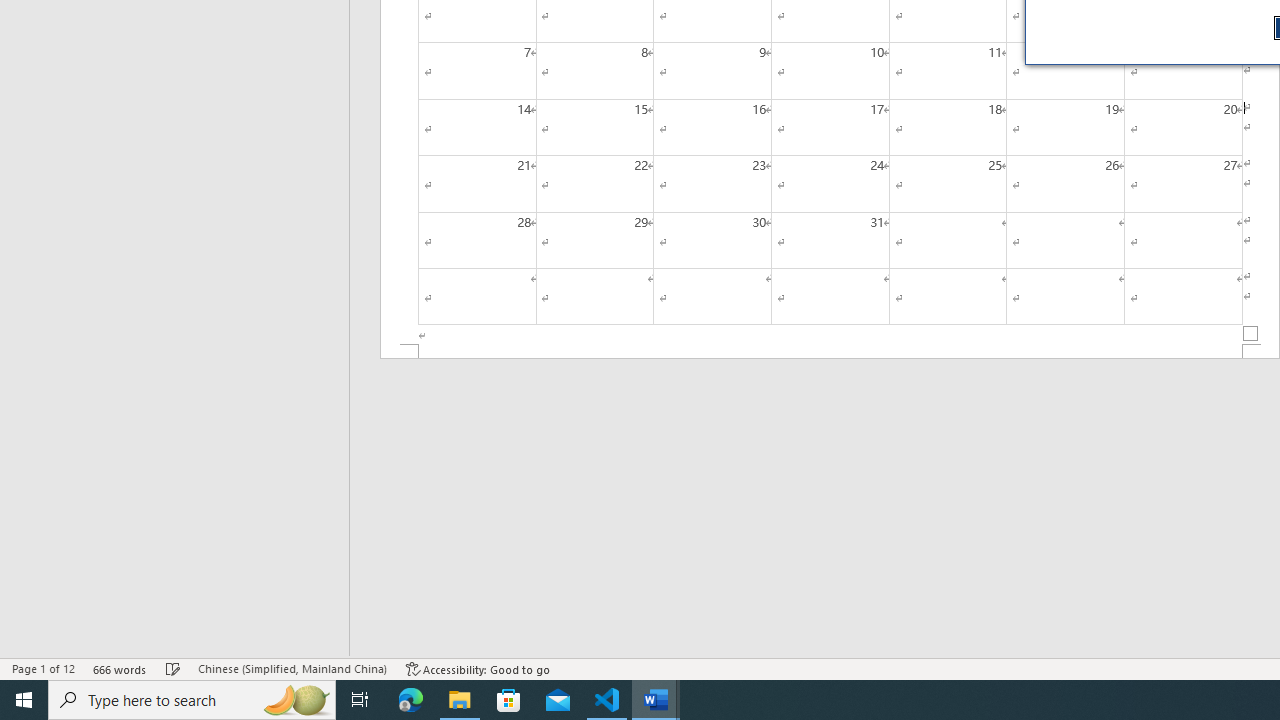 The image size is (1280, 720). What do you see at coordinates (410, 698) in the screenshot?
I see `'Microsoft Edge'` at bounding box center [410, 698].